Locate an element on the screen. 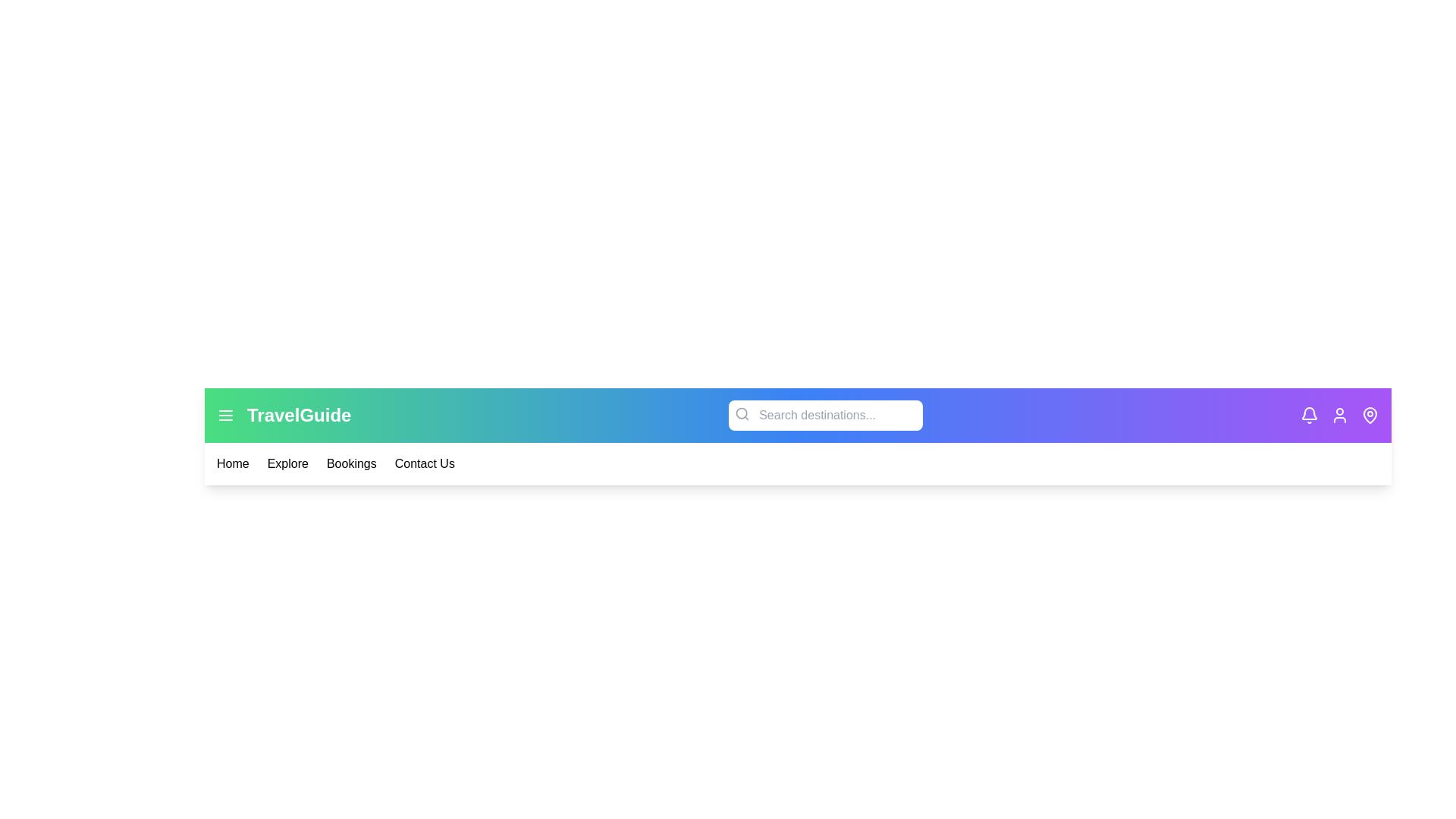  the map pin icon to view location-related features is located at coordinates (1370, 415).